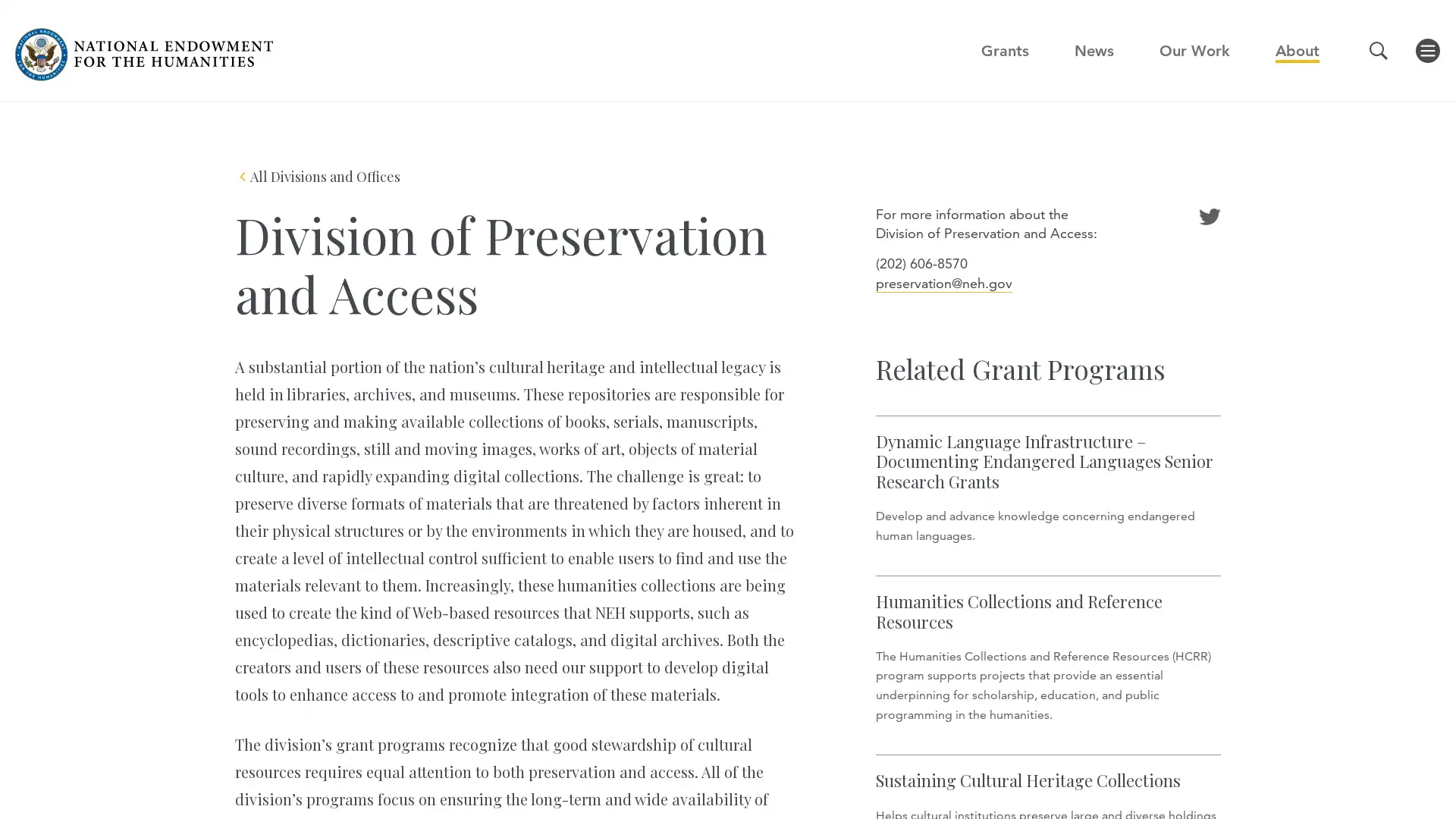 This screenshot has width=1456, height=819. What do you see at coordinates (998, 68) in the screenshot?
I see `GO` at bounding box center [998, 68].